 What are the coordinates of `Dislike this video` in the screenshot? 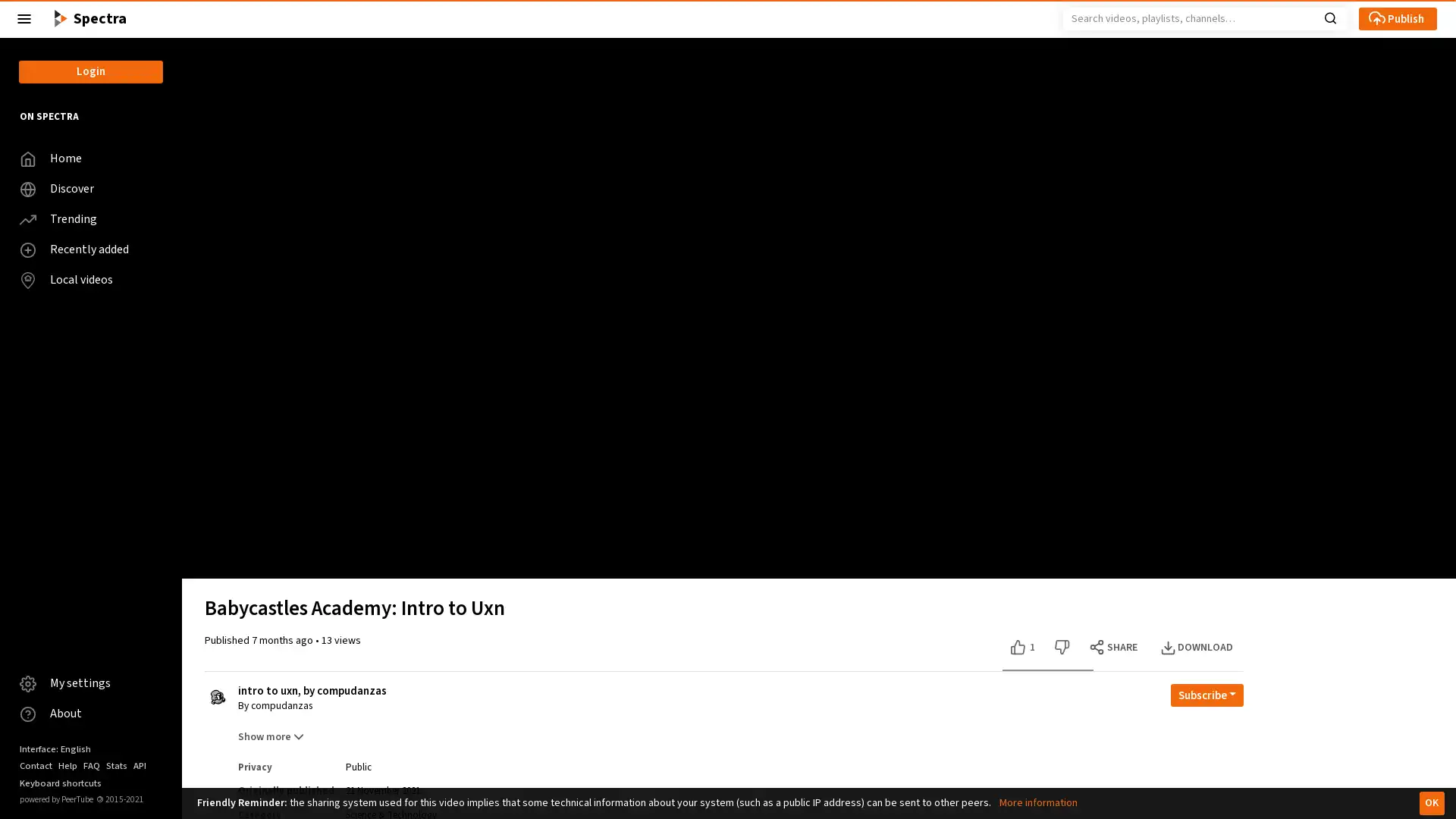 It's located at (1061, 647).